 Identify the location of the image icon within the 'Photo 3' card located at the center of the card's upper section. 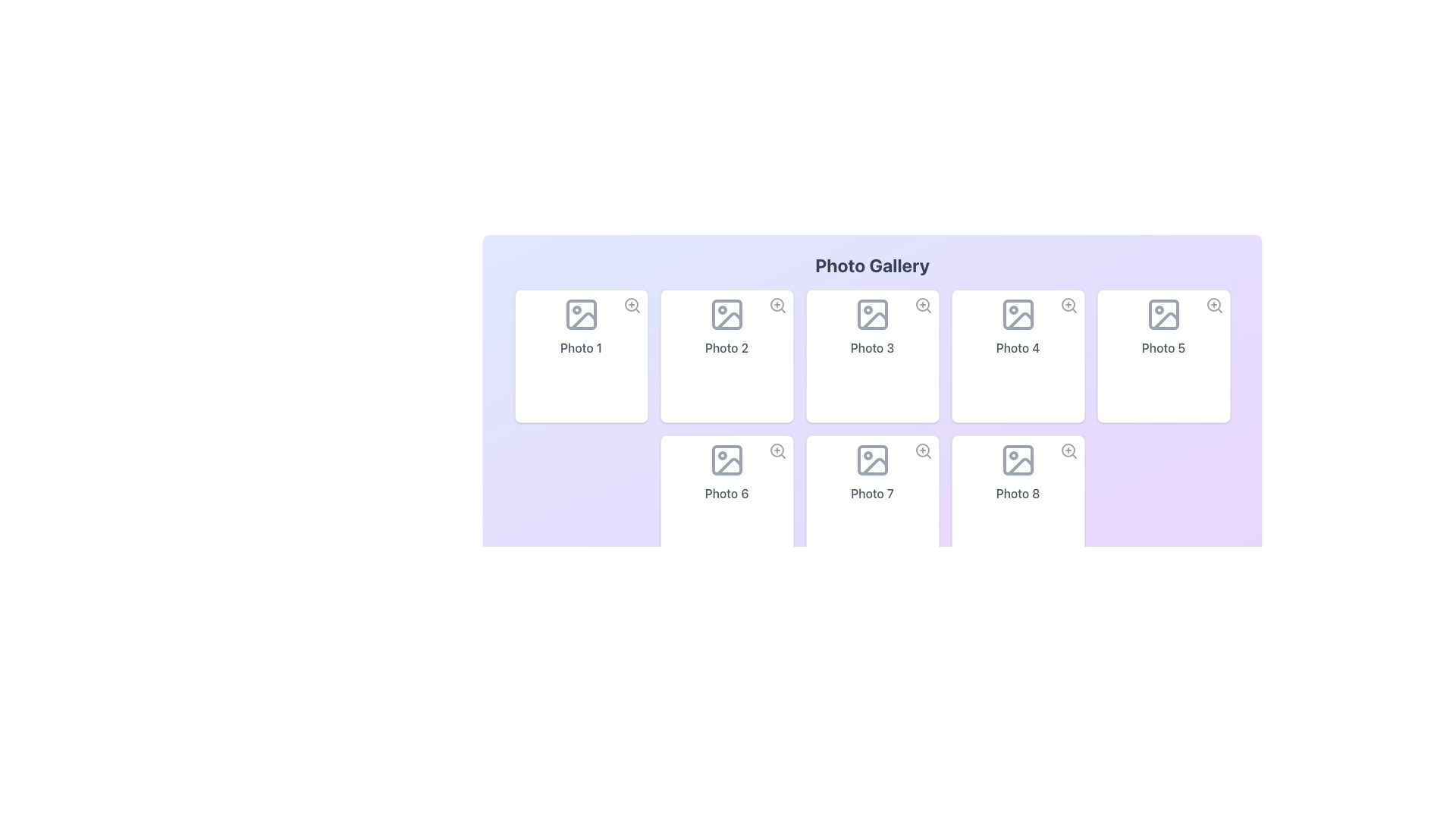
(872, 314).